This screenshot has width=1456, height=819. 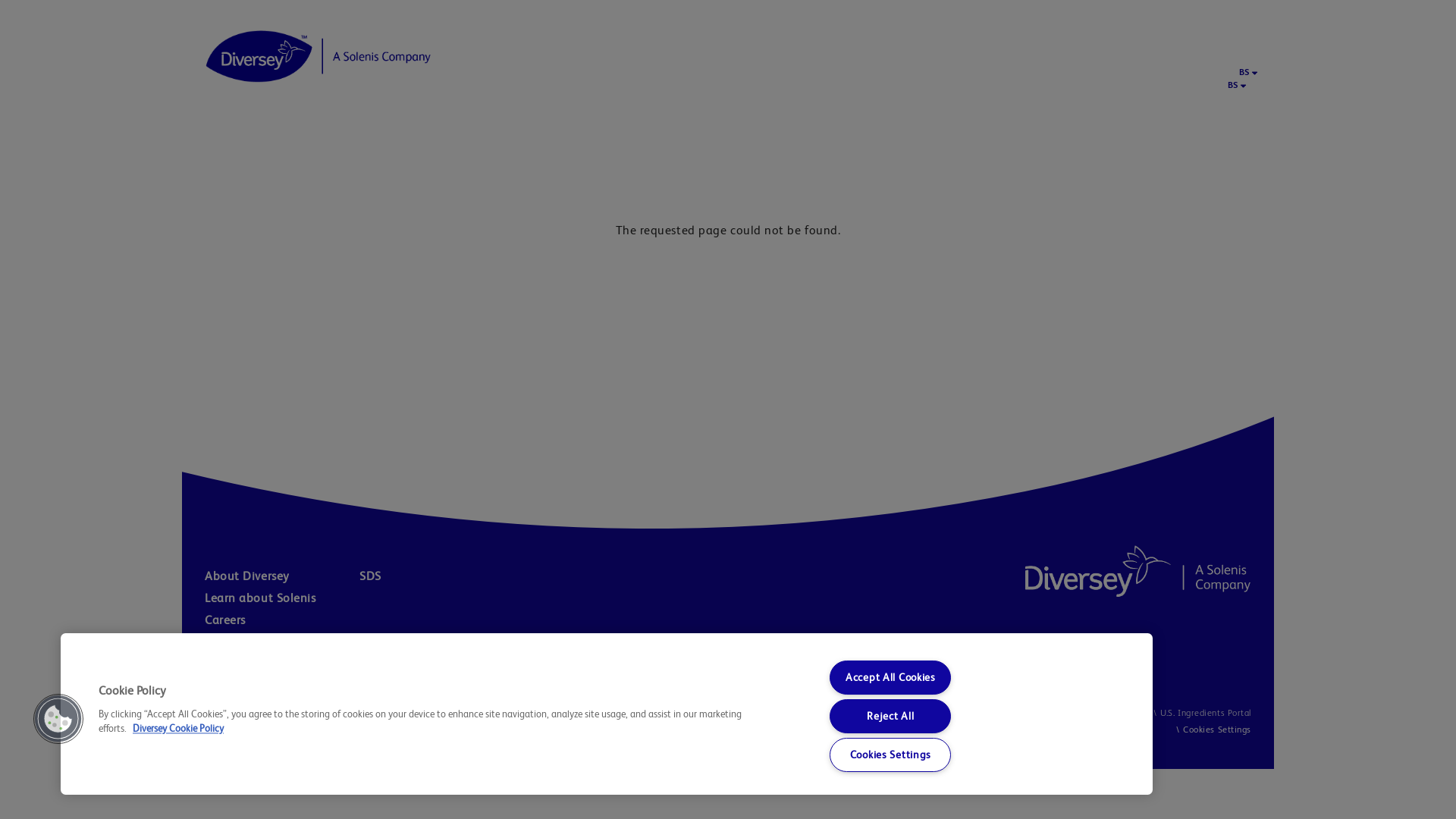 What do you see at coordinates (280, 576) in the screenshot?
I see `'About Diversey'` at bounding box center [280, 576].